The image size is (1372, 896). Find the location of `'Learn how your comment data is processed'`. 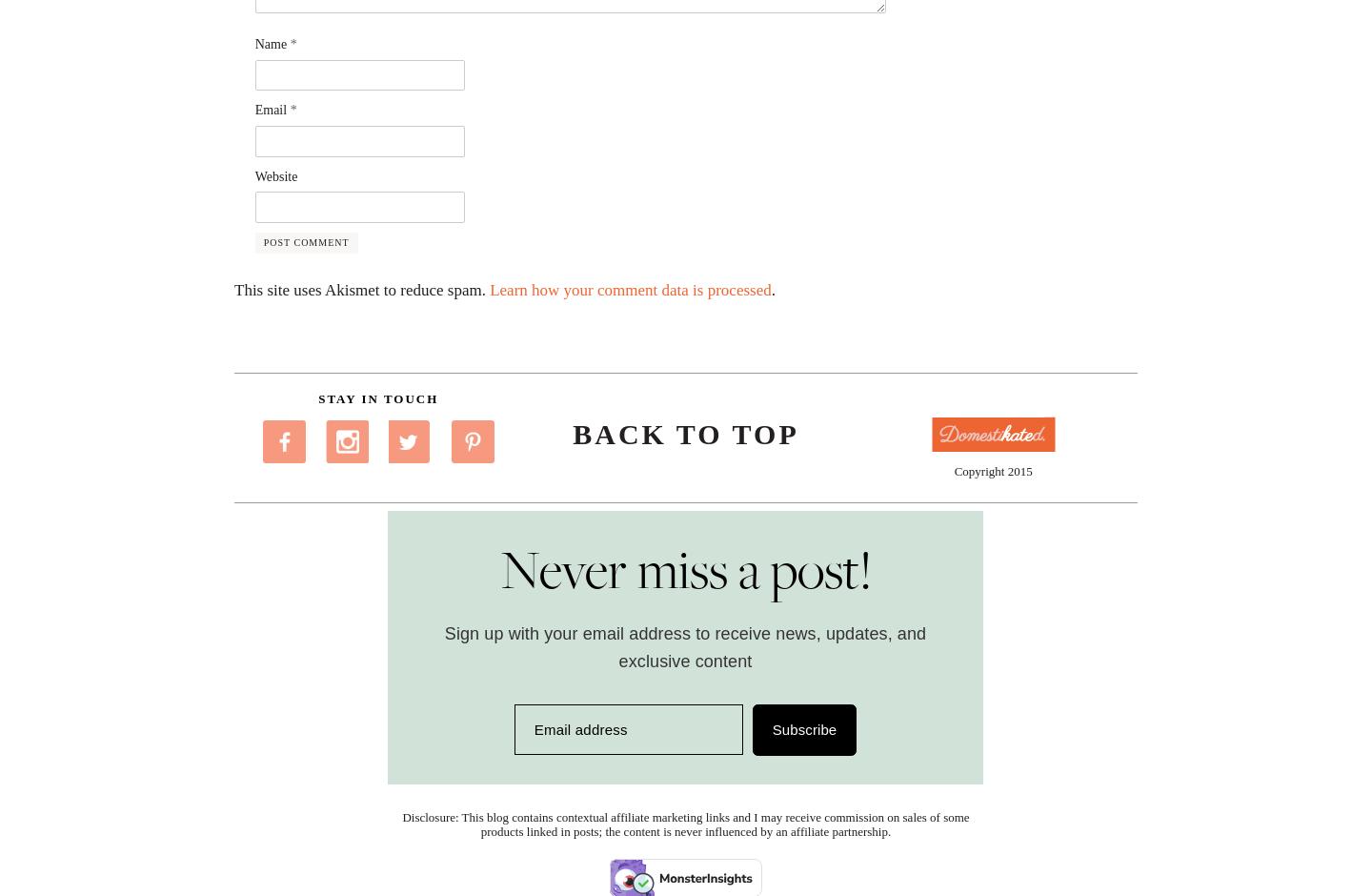

'Learn how your comment data is processed' is located at coordinates (630, 289).